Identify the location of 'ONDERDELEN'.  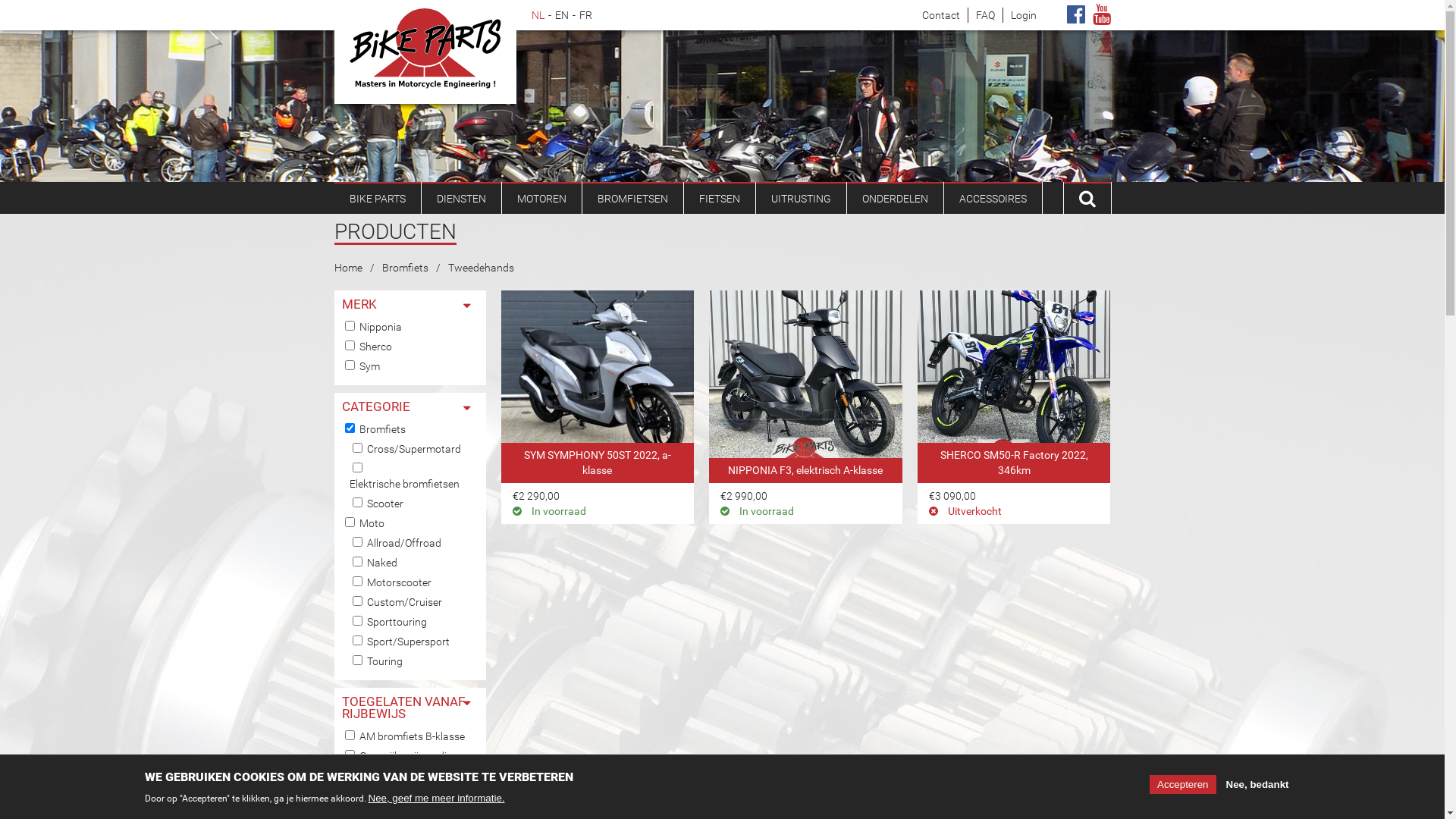
(894, 197).